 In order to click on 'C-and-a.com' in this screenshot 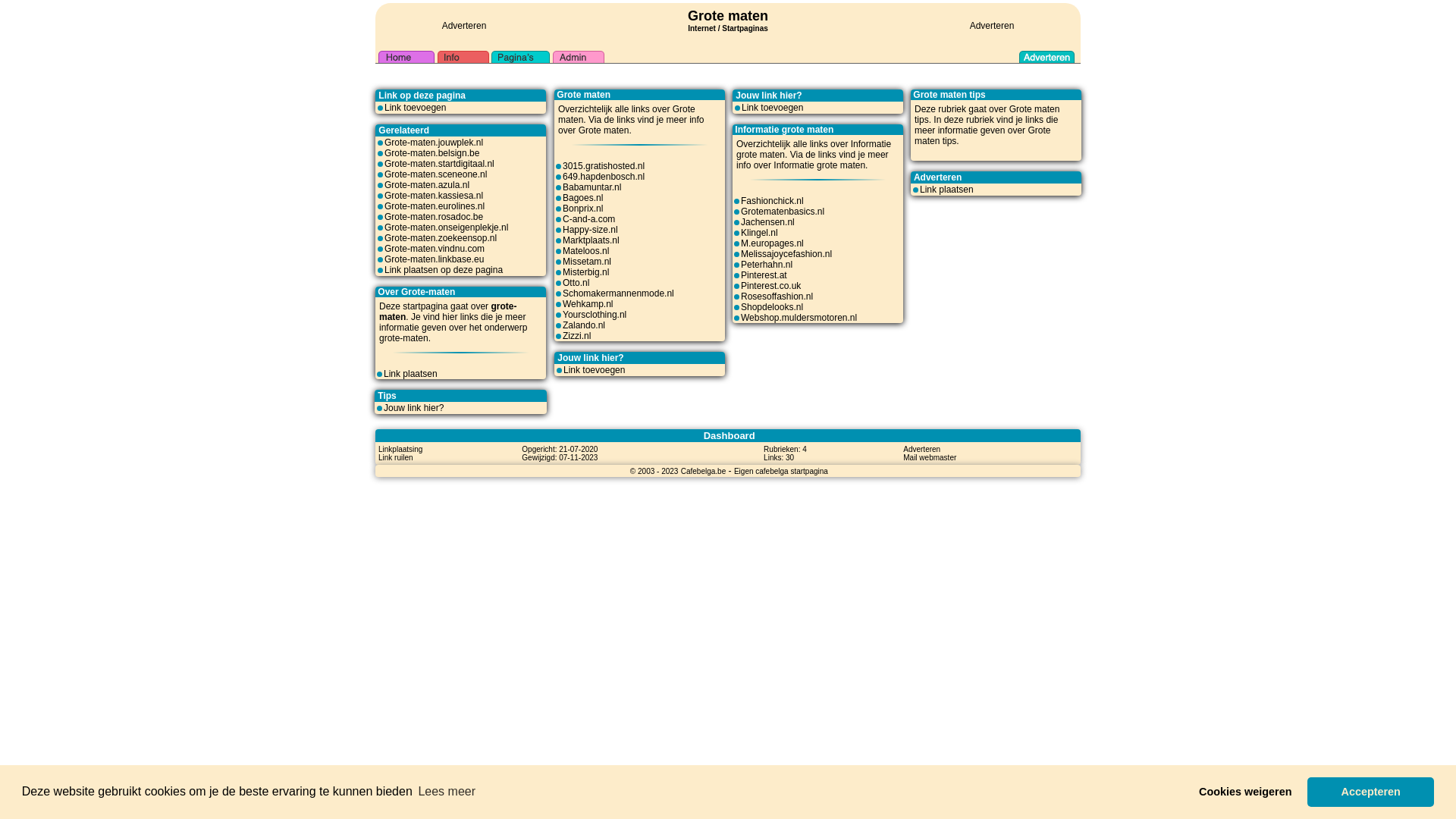, I will do `click(588, 219)`.